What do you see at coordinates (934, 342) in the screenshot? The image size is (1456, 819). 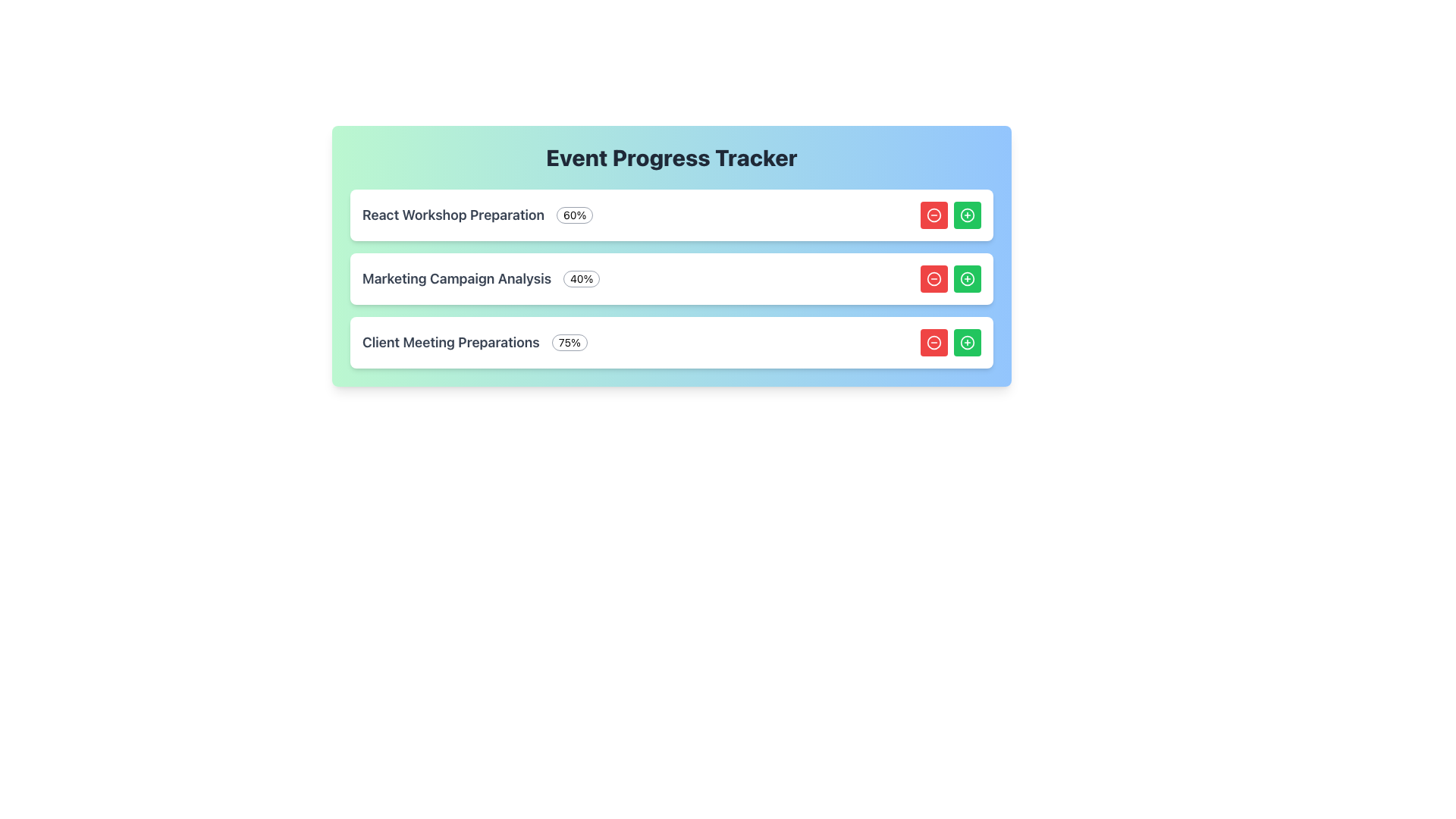 I see `the circular button for removing or decrementing the progress related to 'Client Meeting Preparations', located in the third row of the vertical list` at bounding box center [934, 342].